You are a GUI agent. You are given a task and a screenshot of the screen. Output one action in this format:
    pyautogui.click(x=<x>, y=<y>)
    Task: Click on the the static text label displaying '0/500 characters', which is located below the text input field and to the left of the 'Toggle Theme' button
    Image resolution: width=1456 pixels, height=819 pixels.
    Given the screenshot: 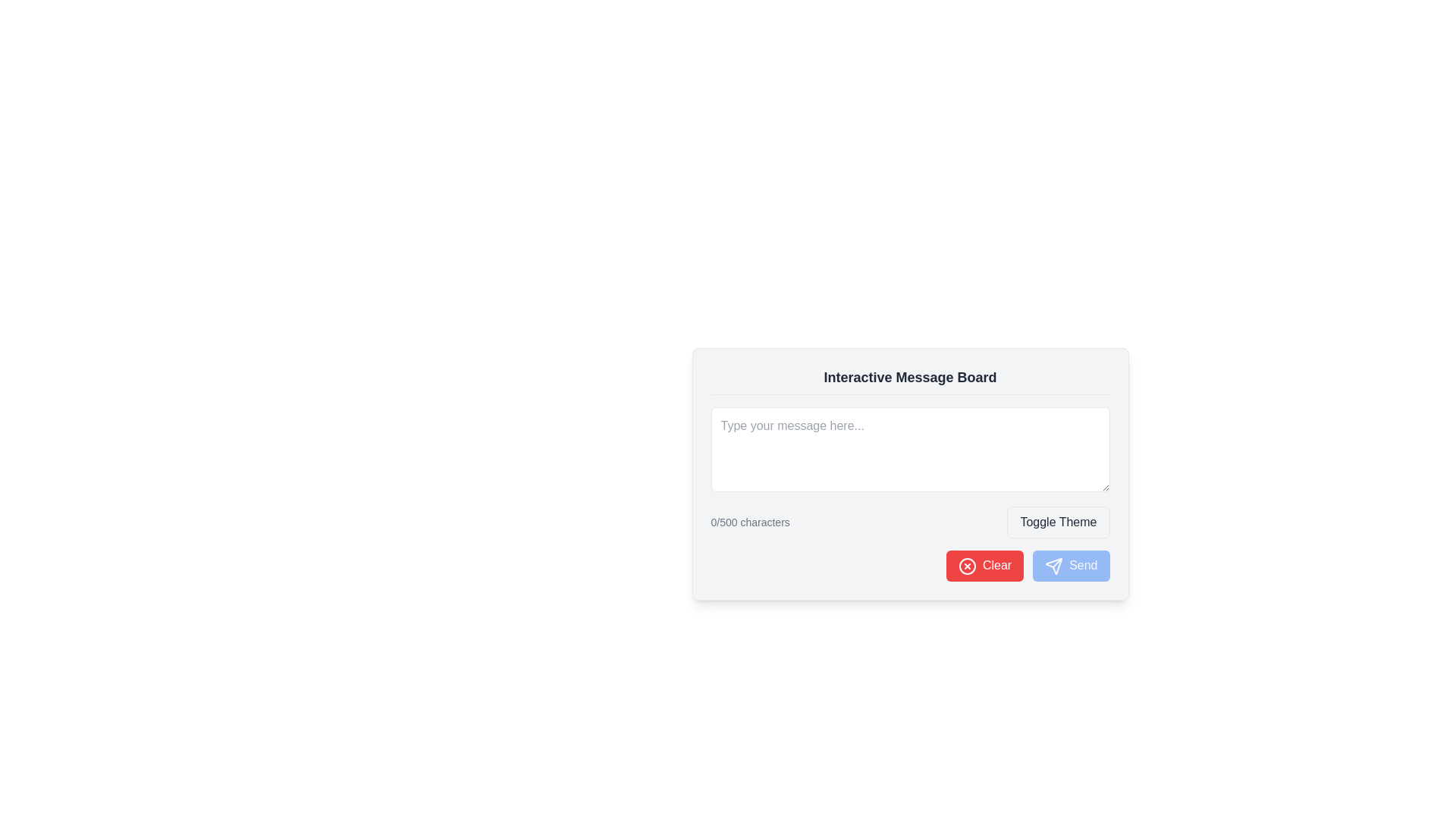 What is the action you would take?
    pyautogui.click(x=750, y=522)
    